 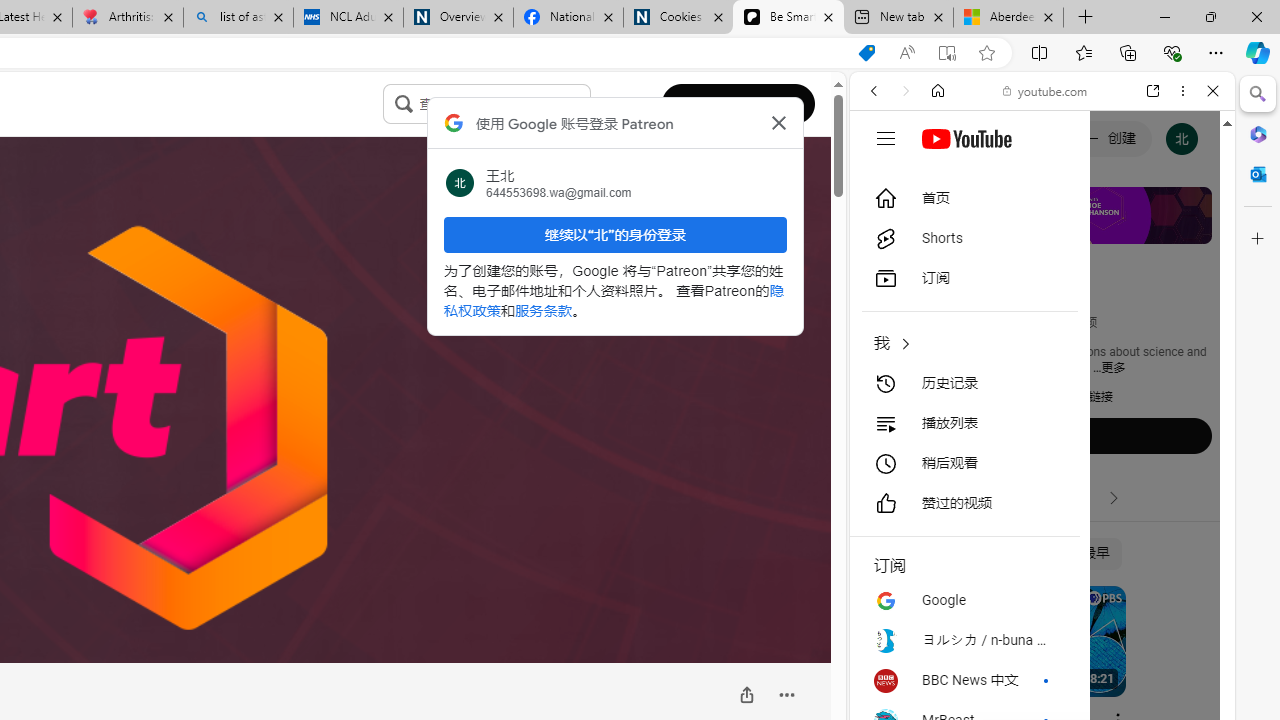 I want to click on 'Cookies | About | NICE', so click(x=678, y=17).